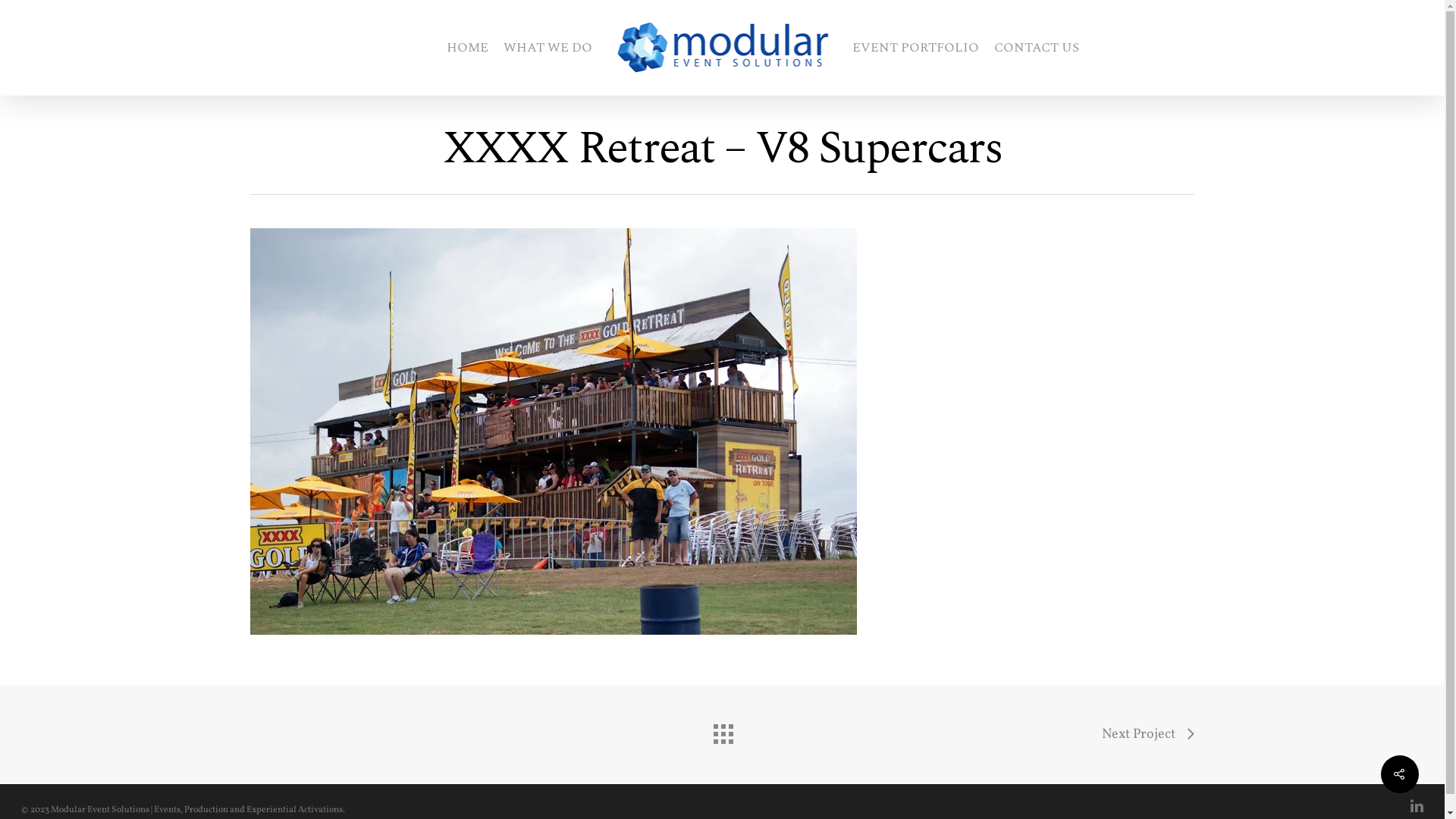  What do you see at coordinates (915, 46) in the screenshot?
I see `'EVENT PORTFOLIO'` at bounding box center [915, 46].